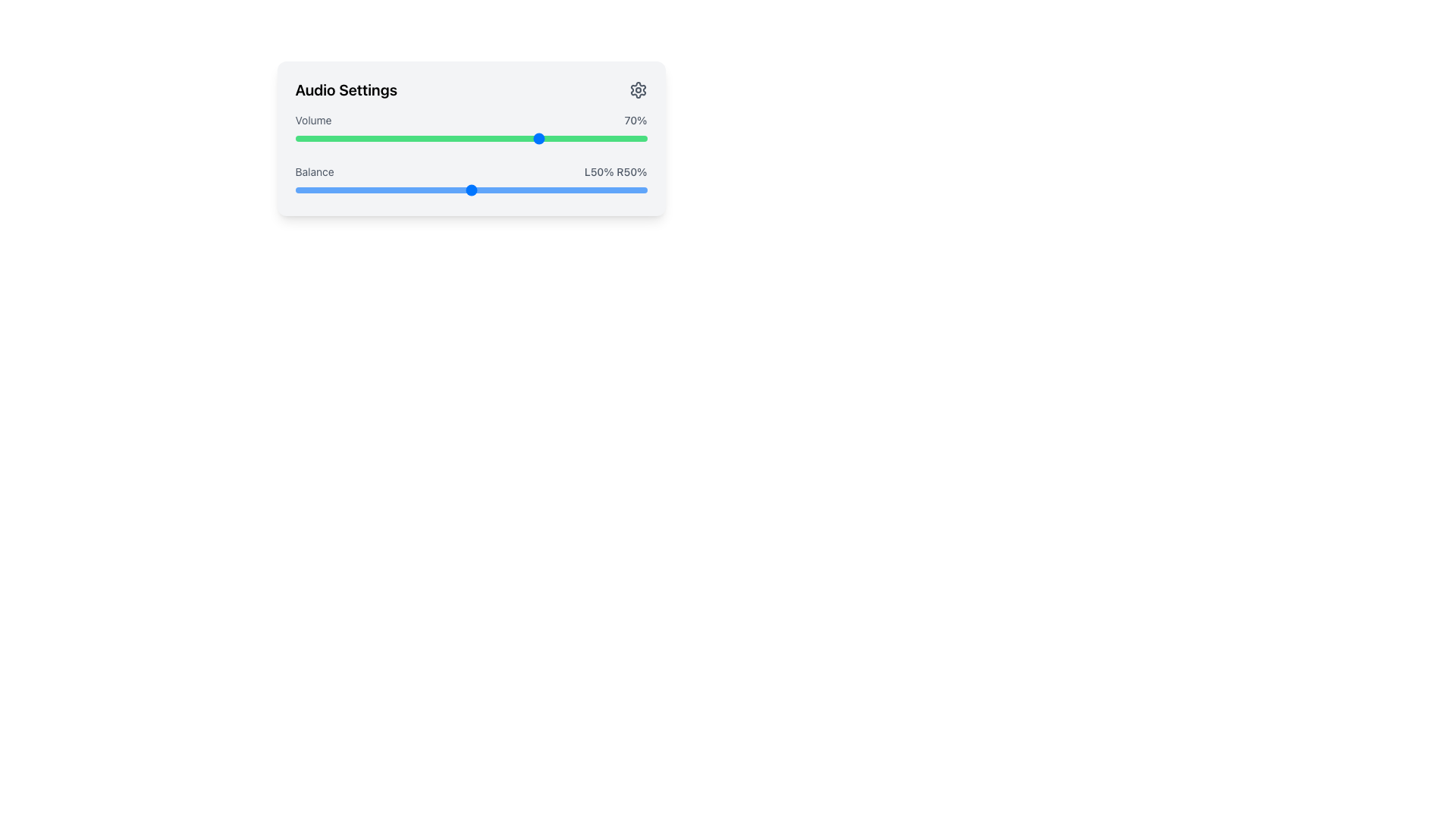 The width and height of the screenshot is (1456, 819). I want to click on volume, so click(626, 138).